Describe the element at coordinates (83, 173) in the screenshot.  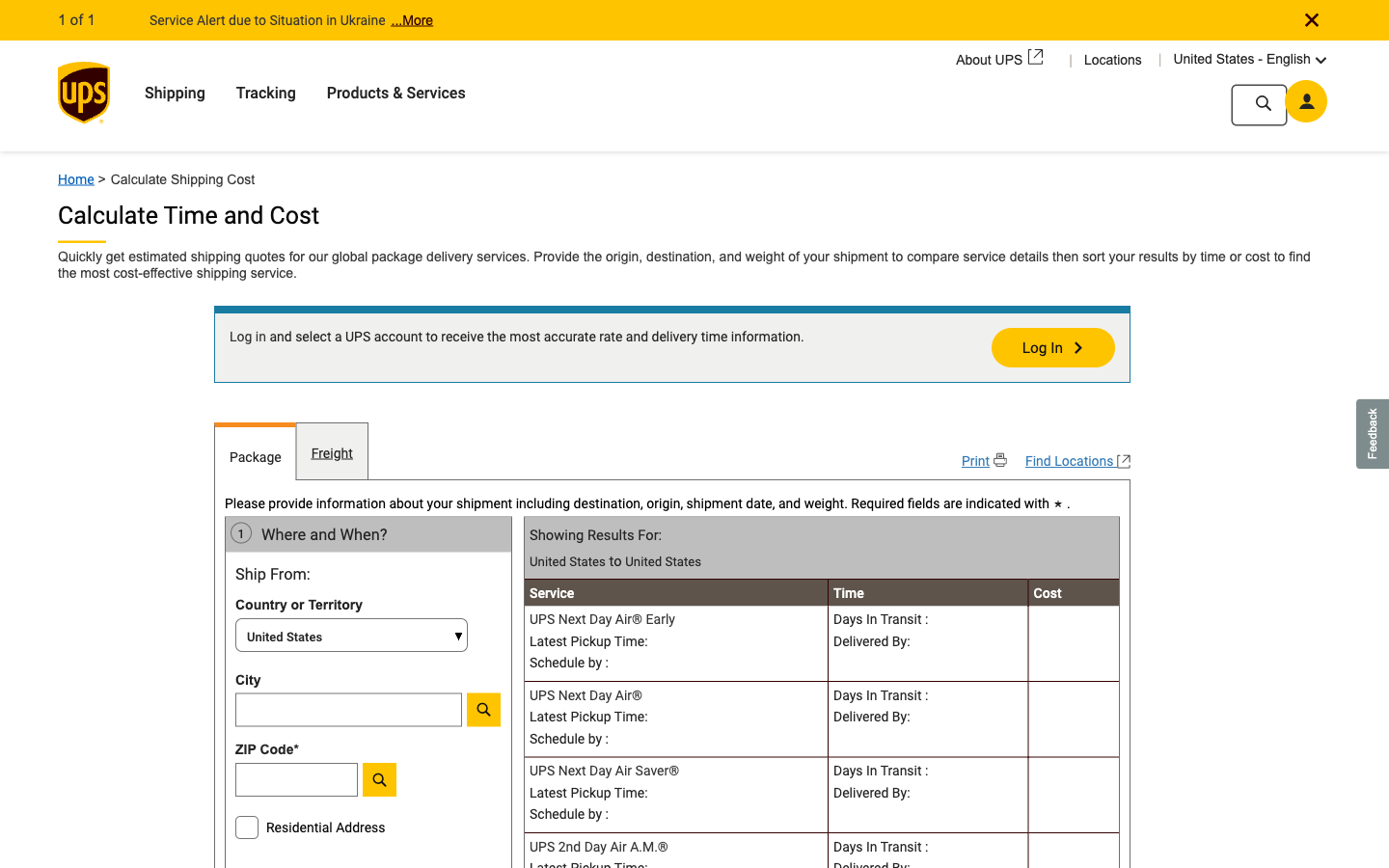
I see `main page` at that location.